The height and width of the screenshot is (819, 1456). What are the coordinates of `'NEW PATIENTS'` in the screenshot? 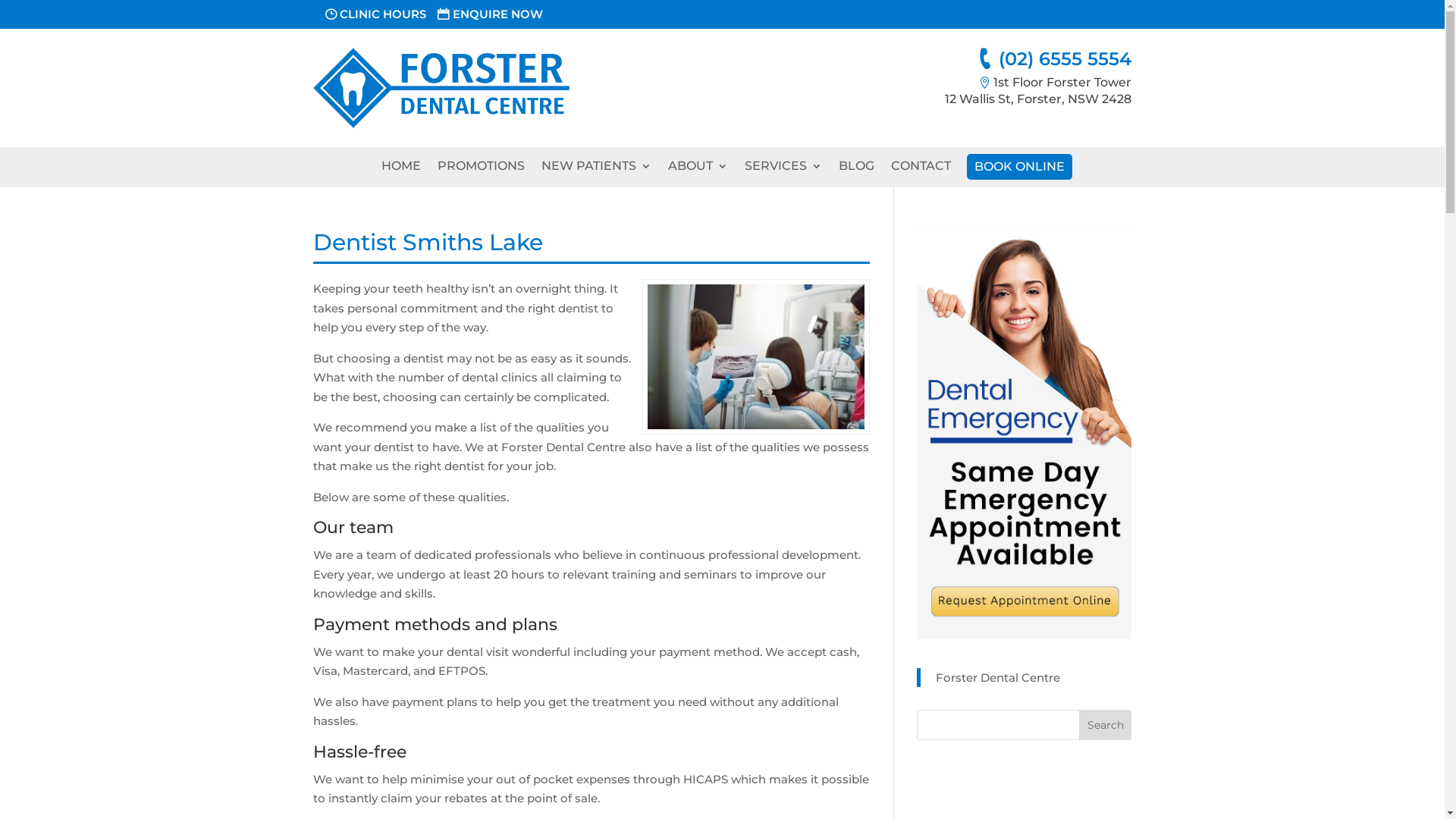 It's located at (595, 170).